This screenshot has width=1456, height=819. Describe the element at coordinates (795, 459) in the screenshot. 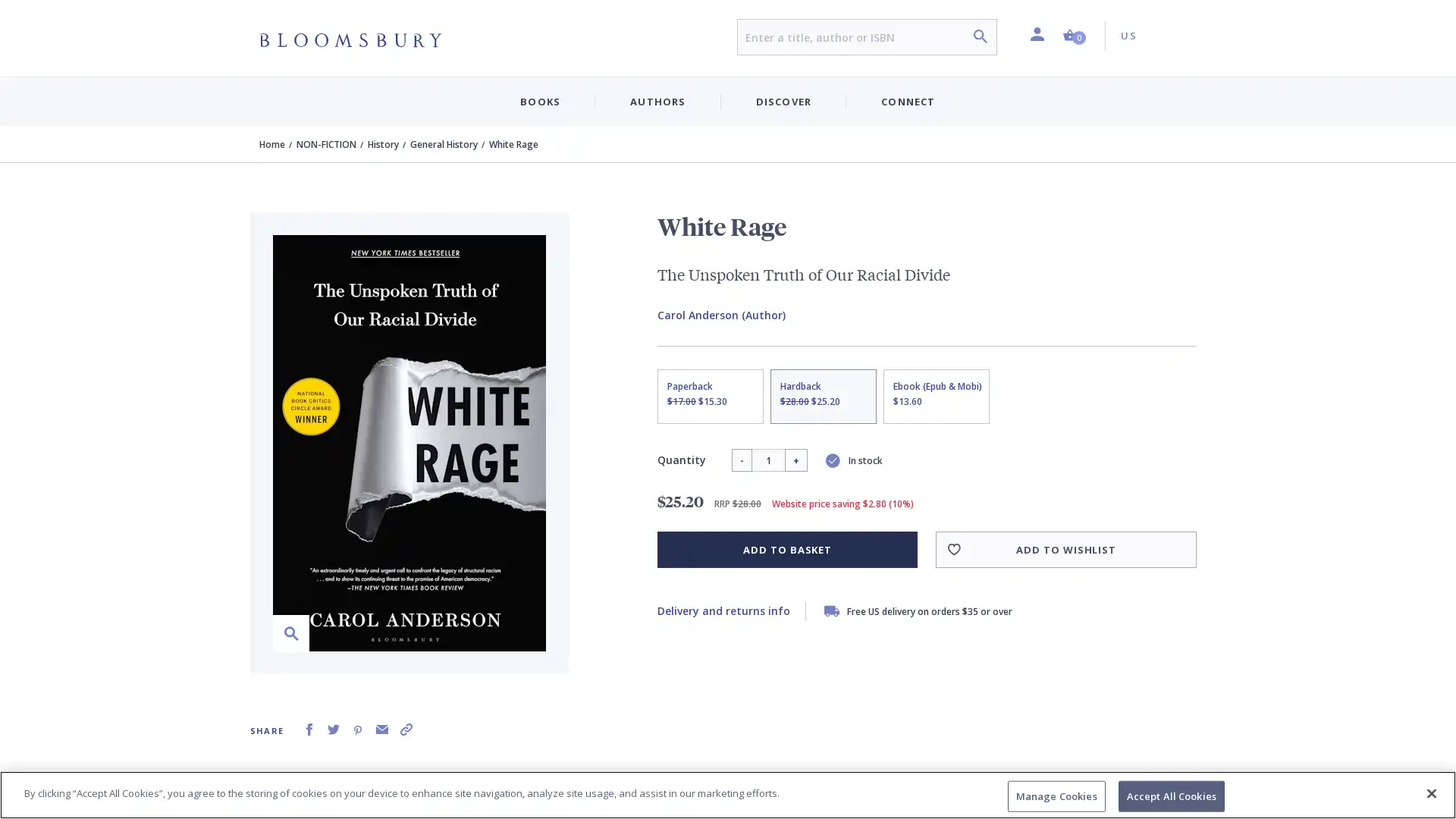

I see `+` at that location.